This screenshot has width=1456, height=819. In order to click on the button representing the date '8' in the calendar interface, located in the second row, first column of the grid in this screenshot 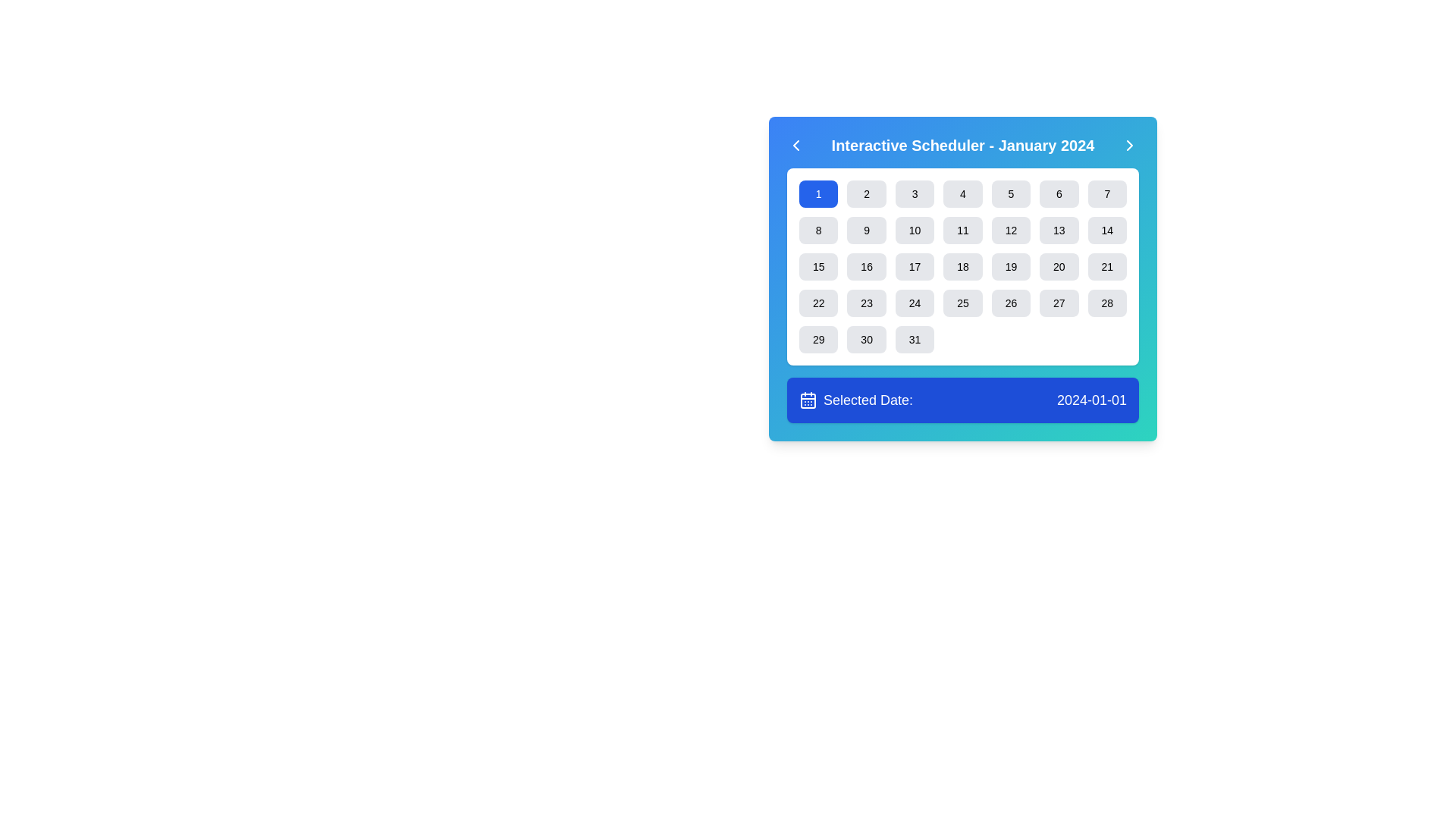, I will do `click(817, 231)`.